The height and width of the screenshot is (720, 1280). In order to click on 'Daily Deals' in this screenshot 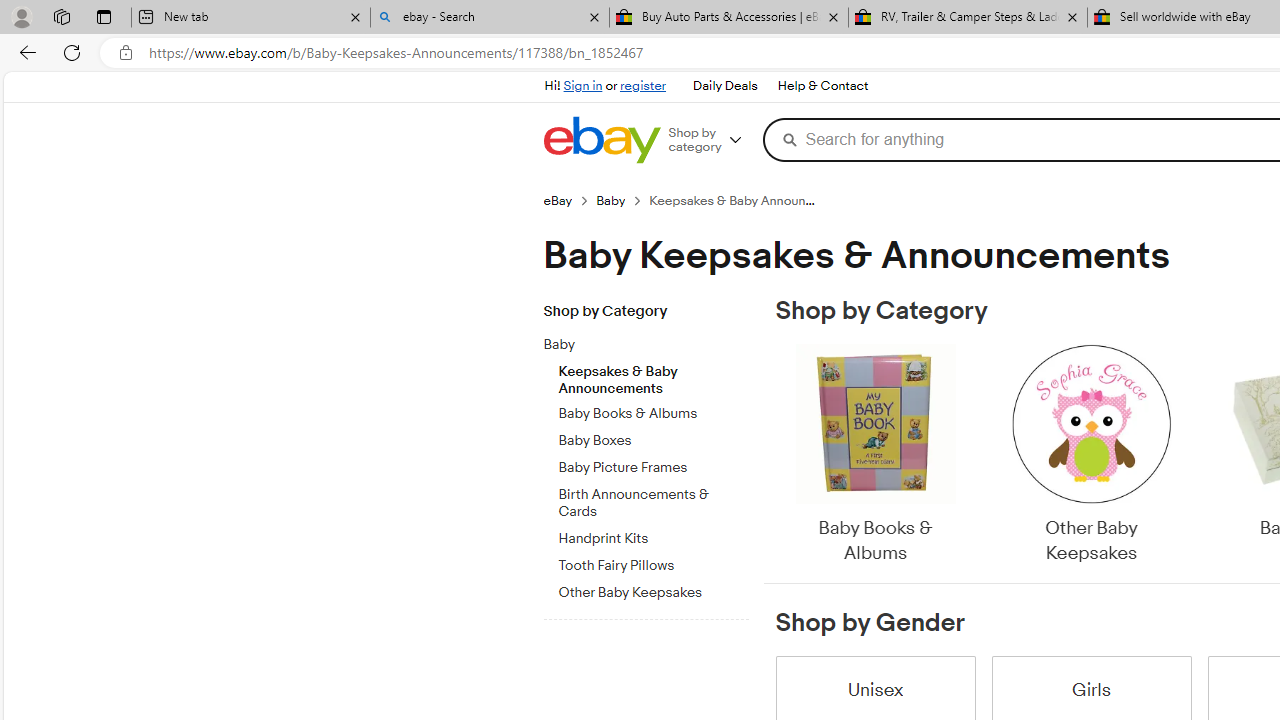, I will do `click(724, 86)`.